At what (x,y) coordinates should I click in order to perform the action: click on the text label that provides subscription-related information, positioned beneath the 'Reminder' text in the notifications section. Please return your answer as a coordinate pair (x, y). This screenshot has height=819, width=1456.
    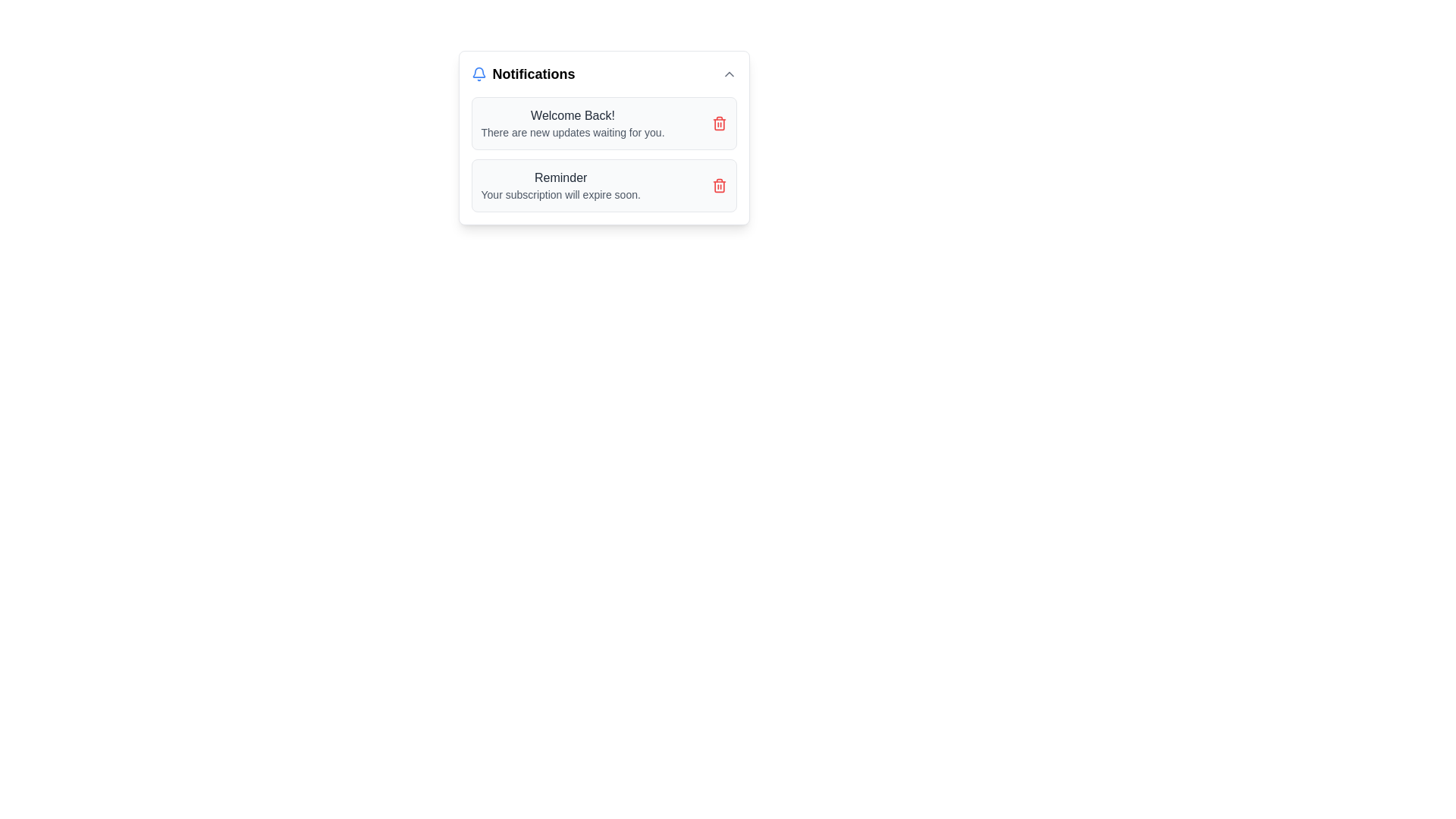
    Looking at the image, I should click on (560, 194).